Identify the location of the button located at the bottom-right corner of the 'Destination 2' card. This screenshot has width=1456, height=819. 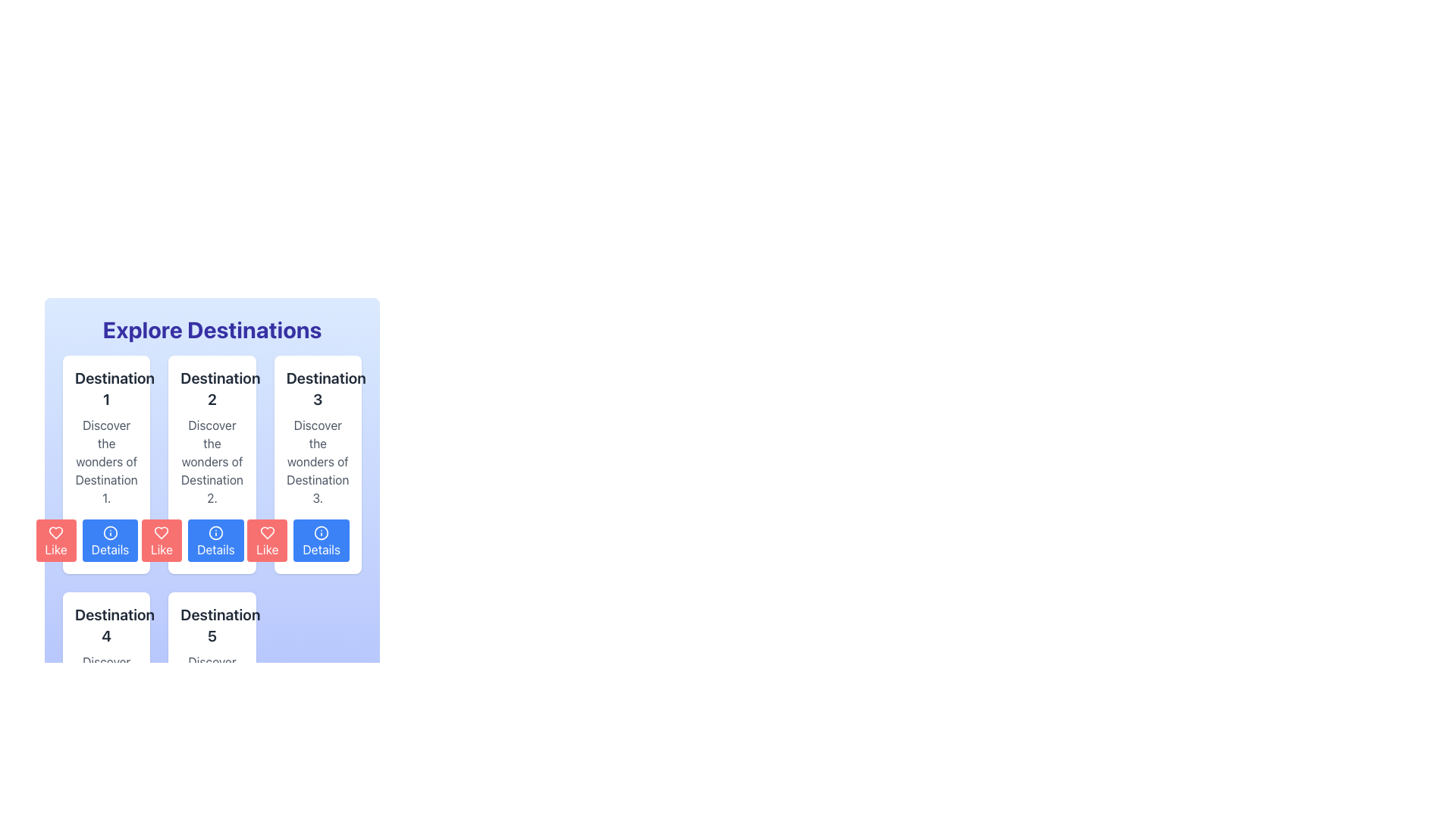
(211, 540).